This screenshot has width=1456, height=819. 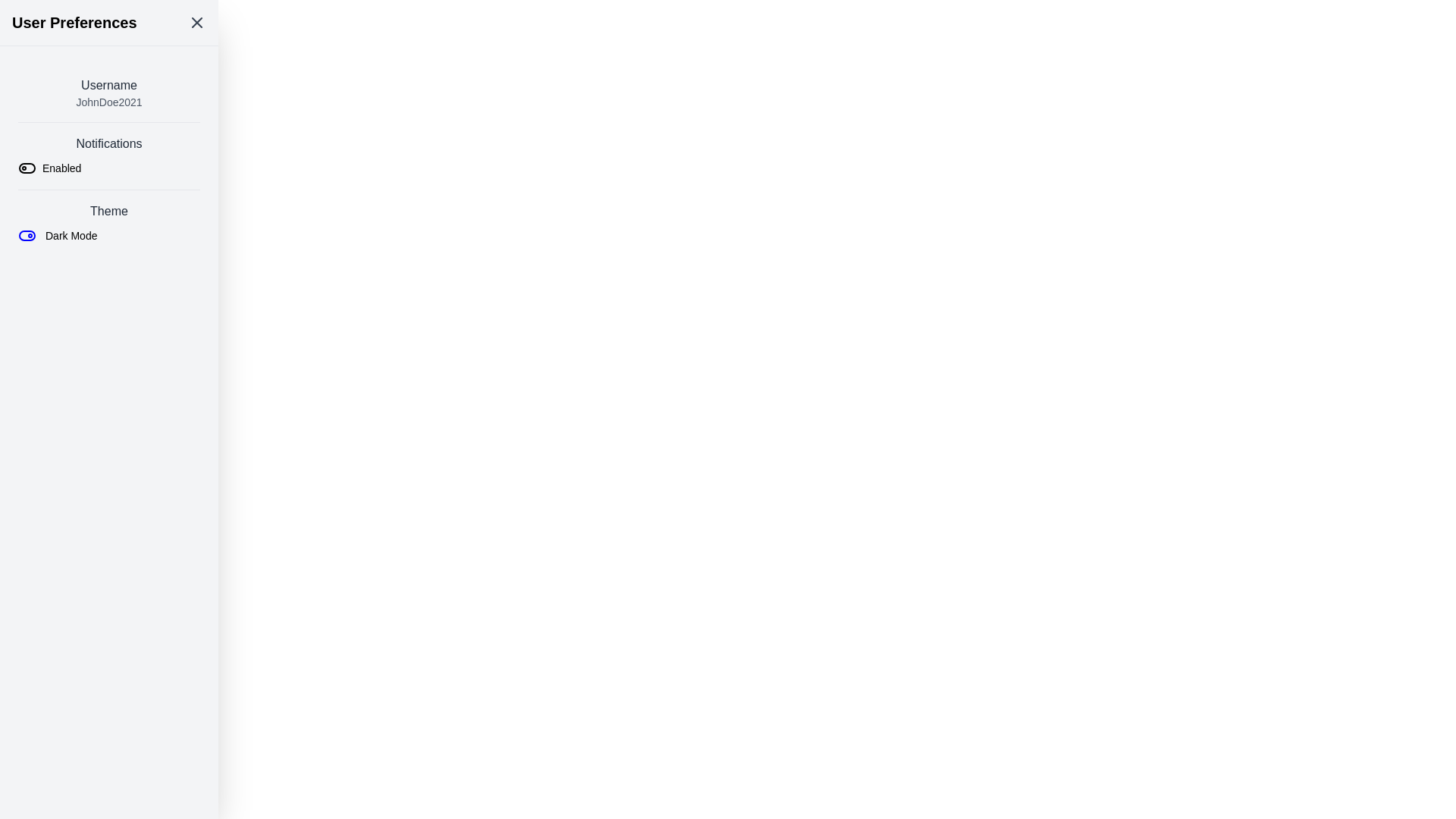 I want to click on the text element displaying 'Theme' in gray color, located above the 'Dark Mode' text and toggle components within the 'ThemeDark Mode' section, so click(x=108, y=211).